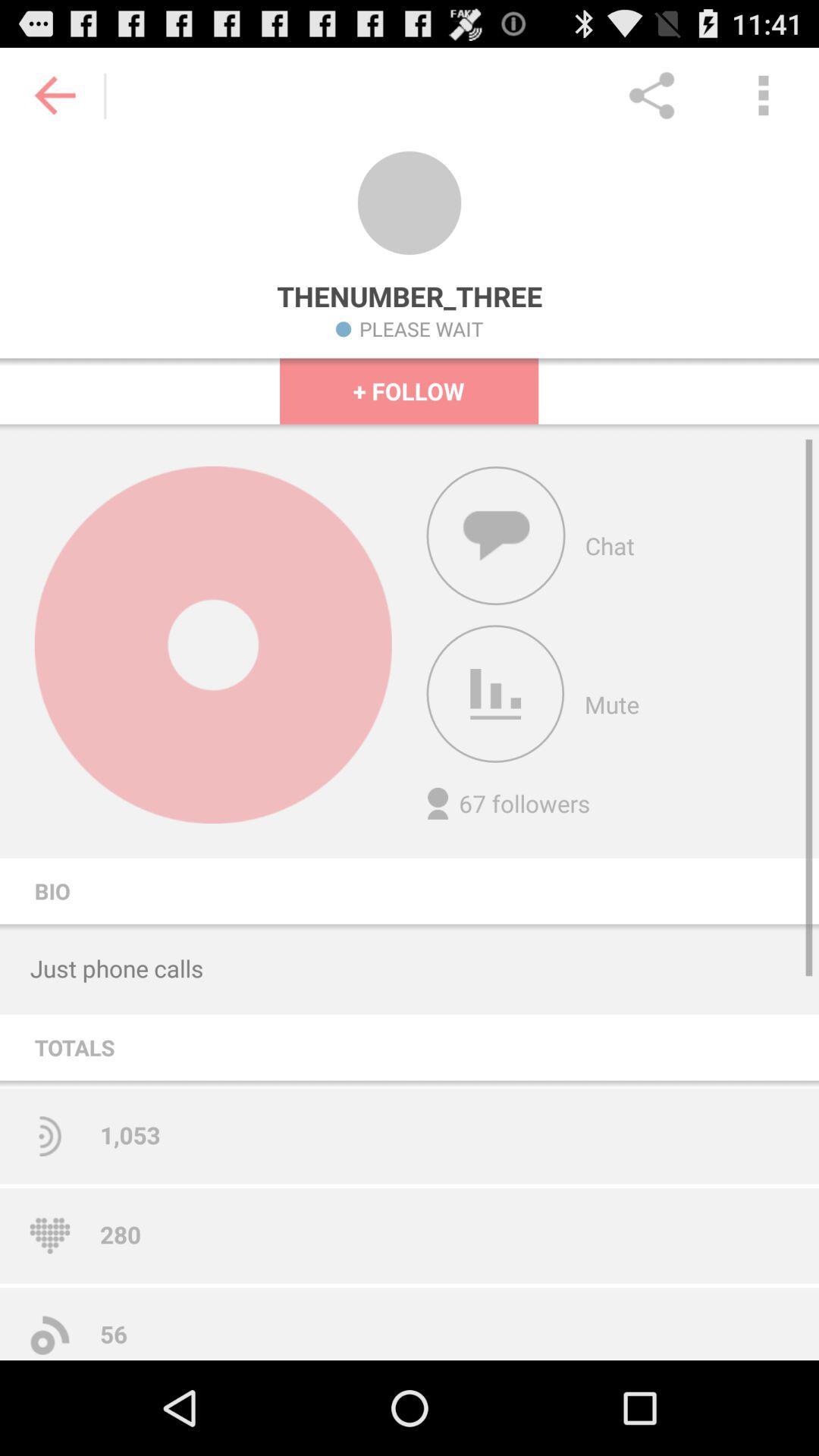 This screenshot has height=1456, width=819. What do you see at coordinates (496, 535) in the screenshot?
I see `the image which is on left side of chat` at bounding box center [496, 535].